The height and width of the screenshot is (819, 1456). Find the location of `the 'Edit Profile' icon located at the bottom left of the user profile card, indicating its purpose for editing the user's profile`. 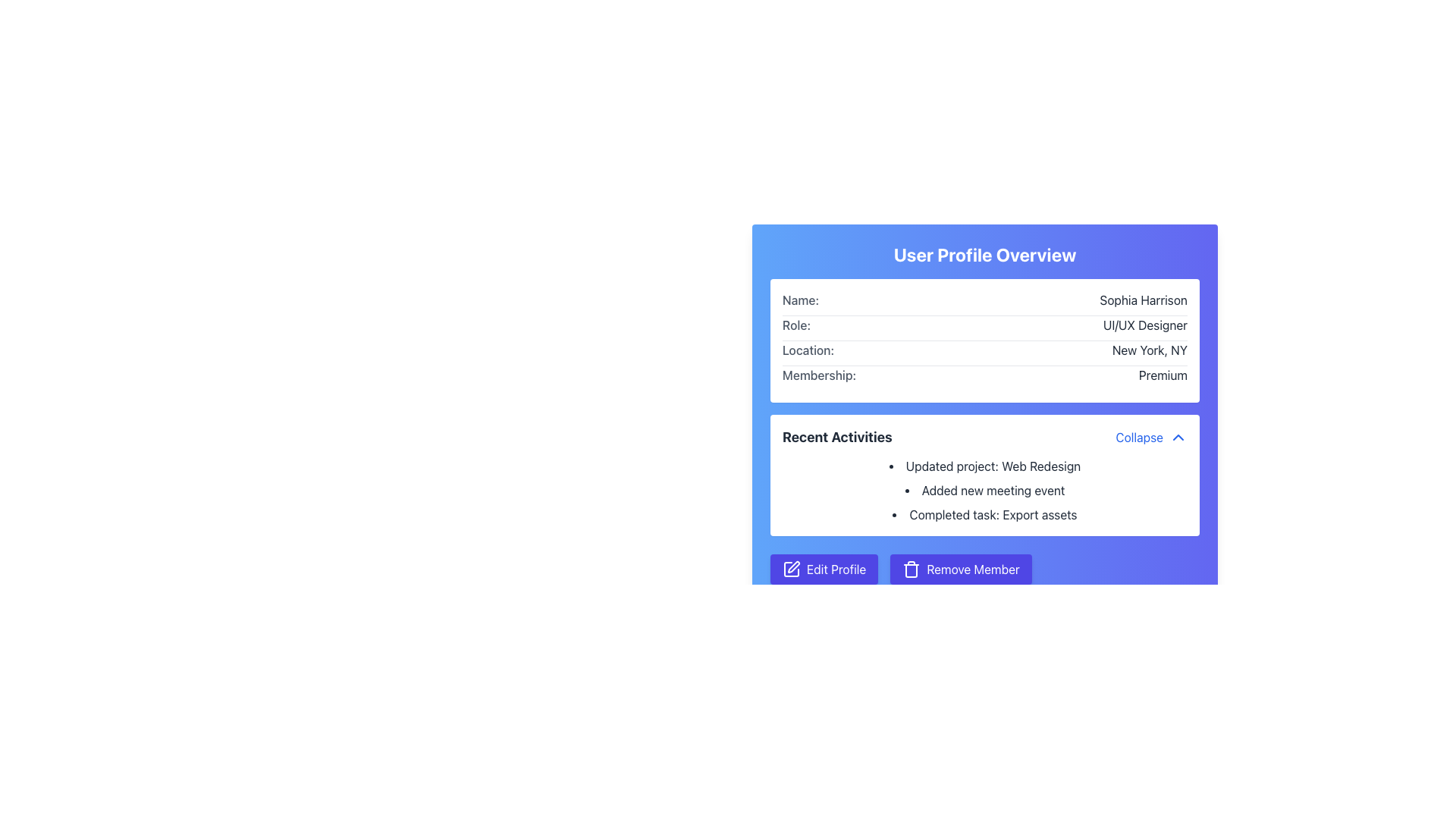

the 'Edit Profile' icon located at the bottom left of the user profile card, indicating its purpose for editing the user's profile is located at coordinates (792, 567).